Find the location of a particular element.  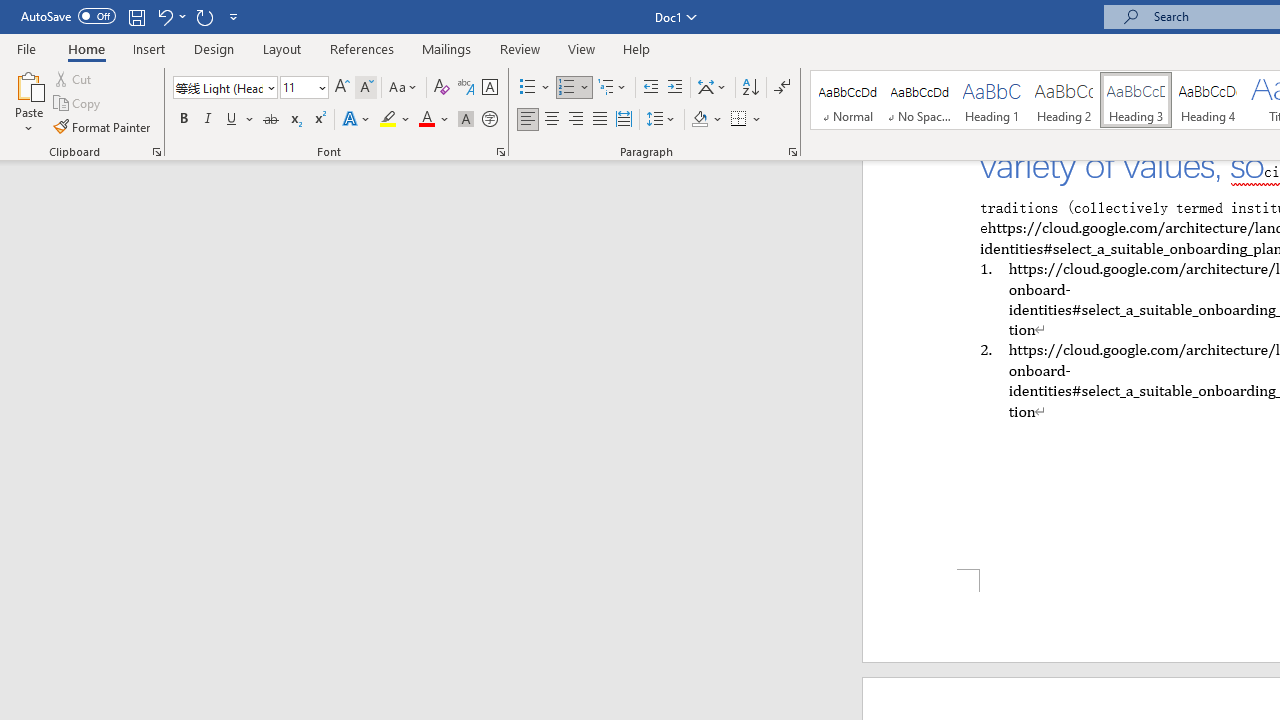

'Subscript' is located at coordinates (294, 119).